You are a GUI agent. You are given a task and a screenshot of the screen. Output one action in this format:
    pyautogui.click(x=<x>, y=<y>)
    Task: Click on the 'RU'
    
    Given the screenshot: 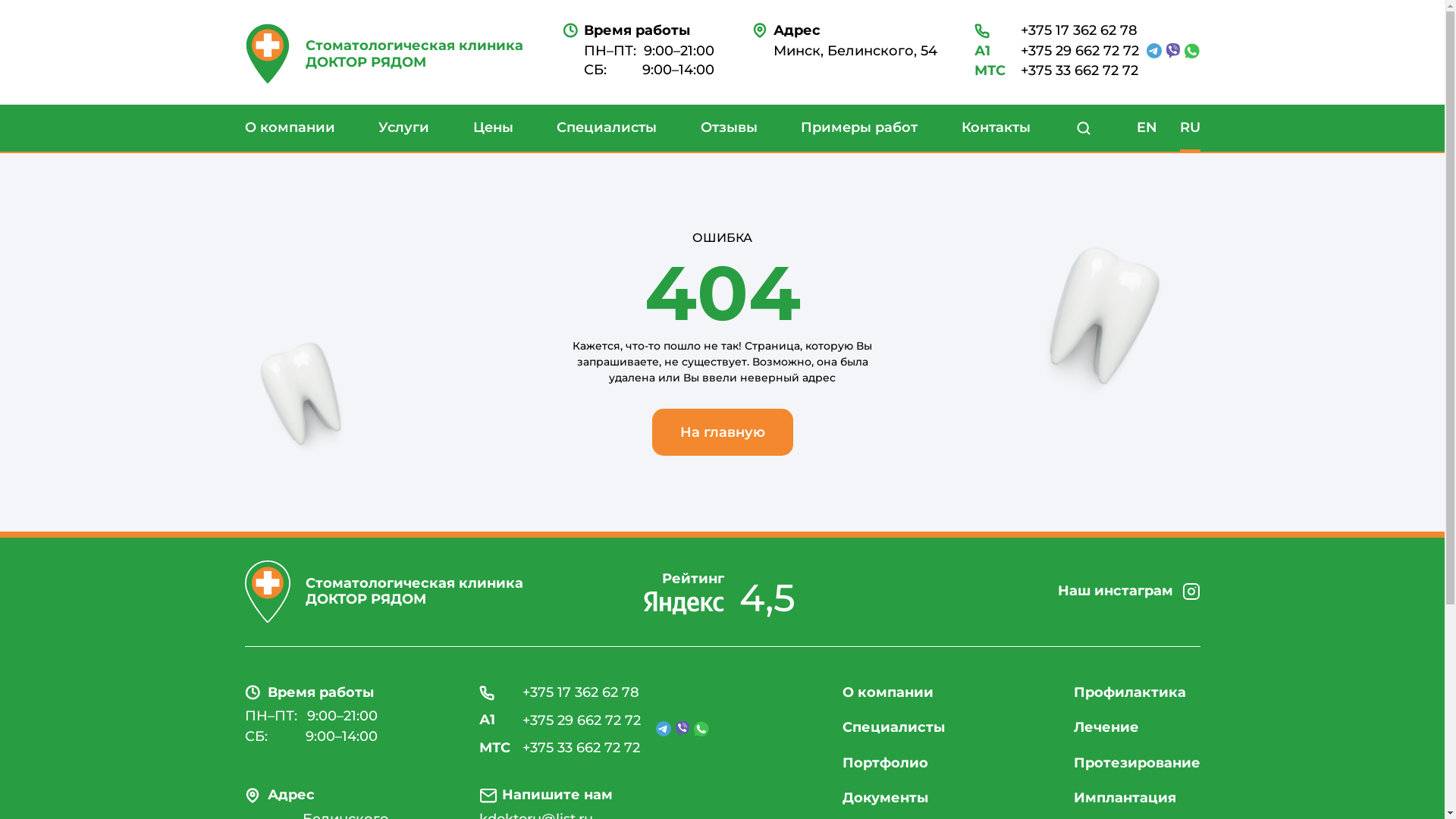 What is the action you would take?
    pyautogui.click(x=1189, y=127)
    